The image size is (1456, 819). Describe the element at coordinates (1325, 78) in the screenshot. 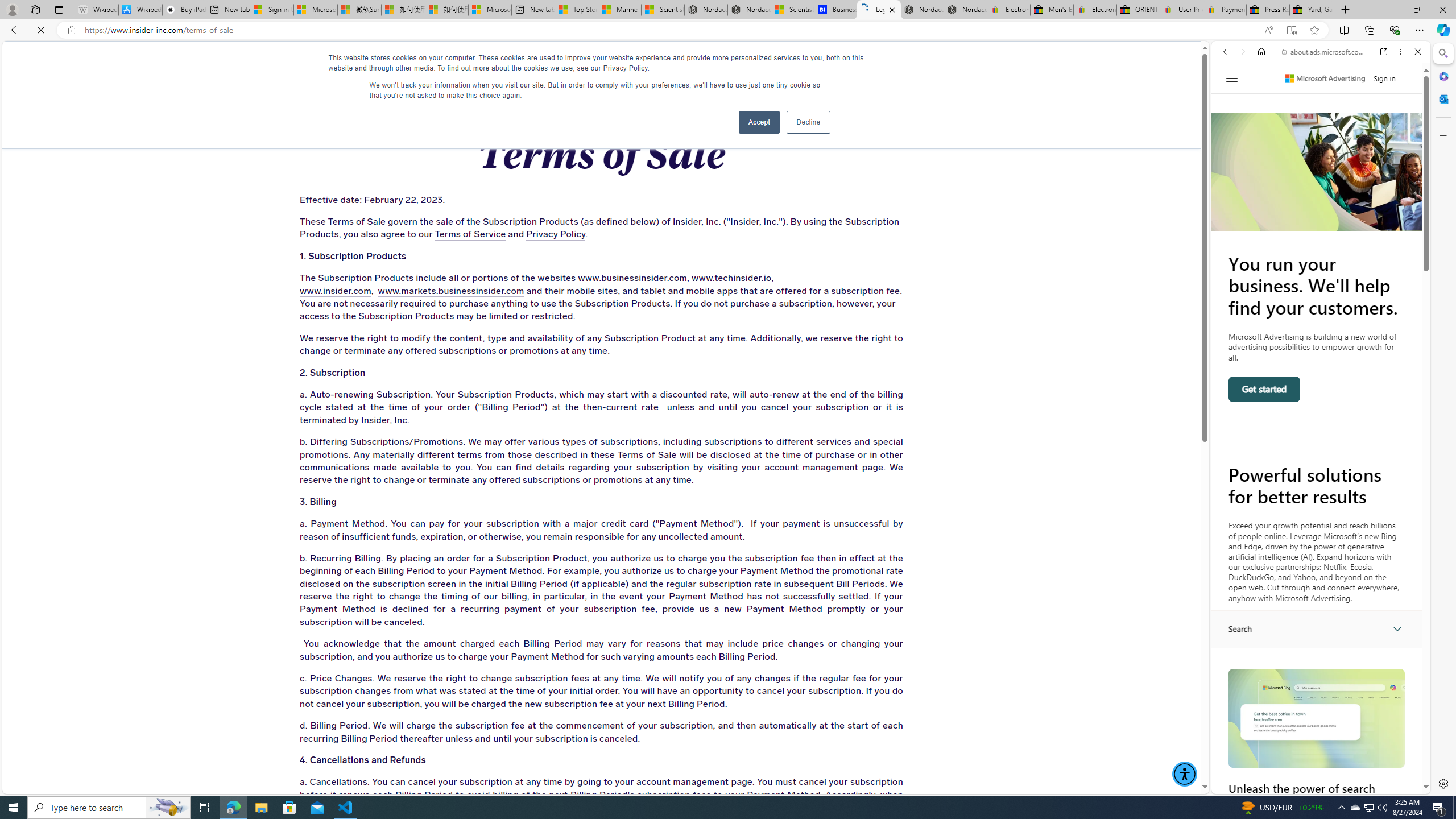

I see `'Microsoft Advertising'` at that location.